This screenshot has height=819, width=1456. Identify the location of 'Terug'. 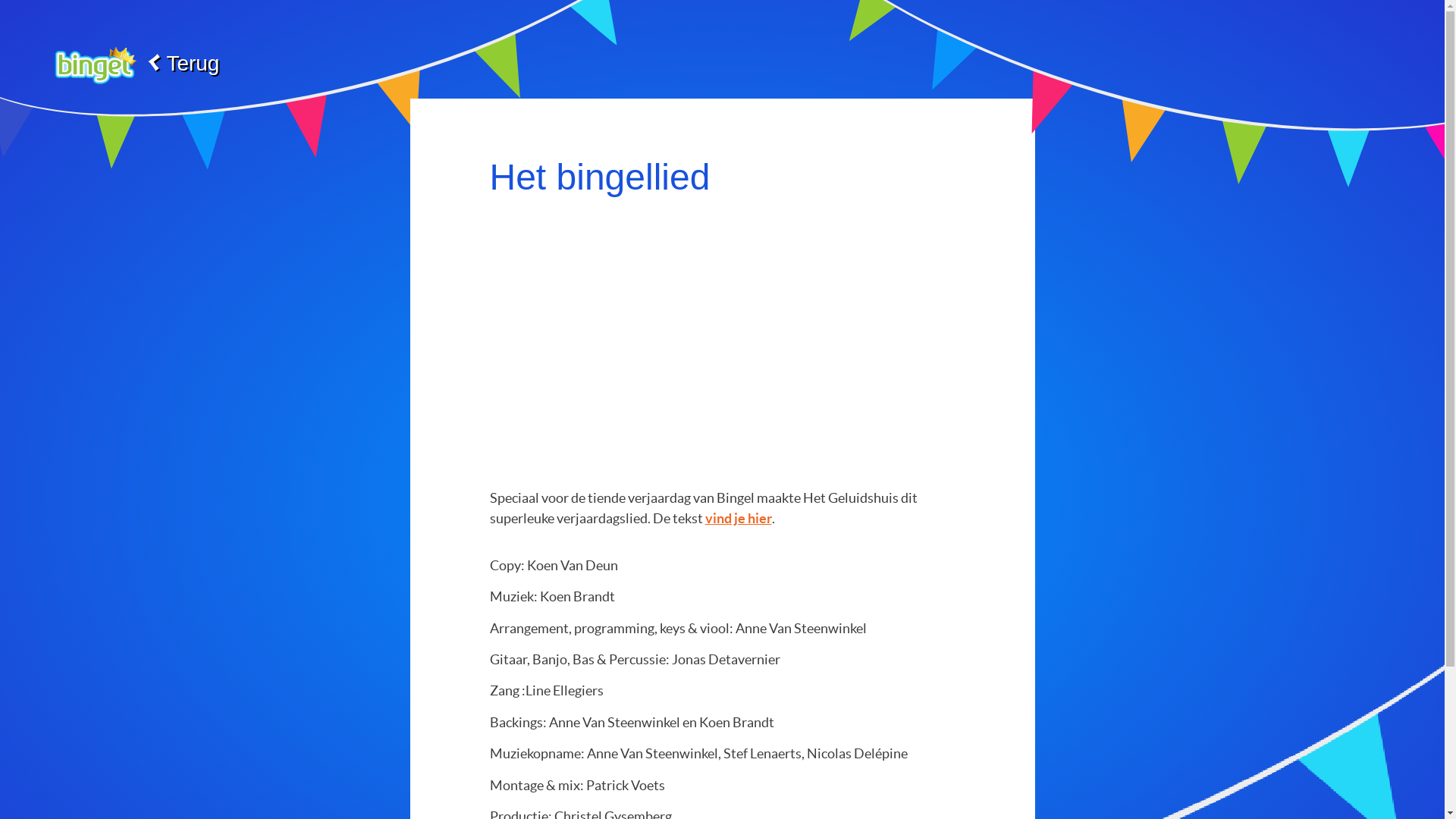
(132, 63).